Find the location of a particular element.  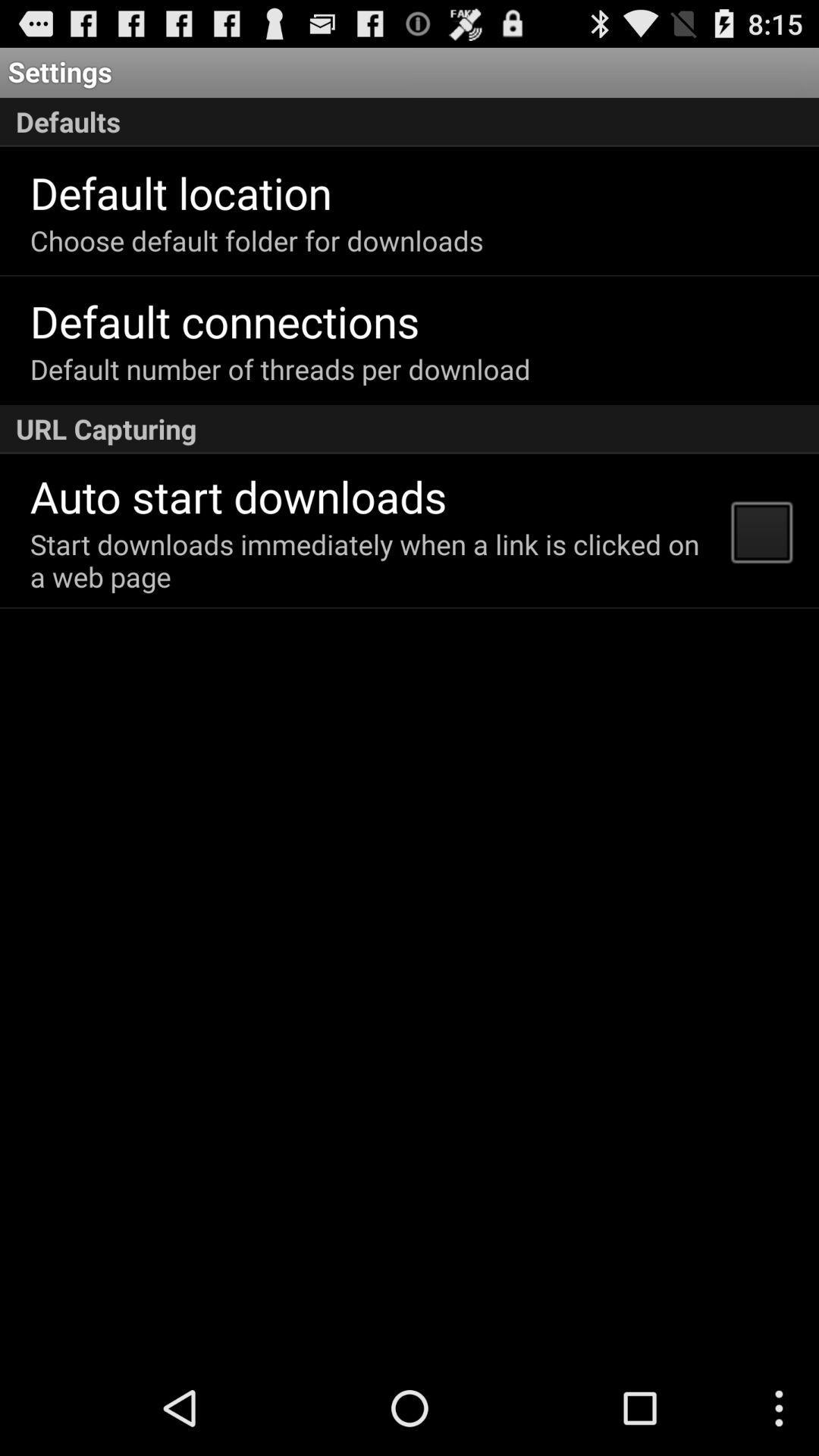

the item above default location item is located at coordinates (409, 122).